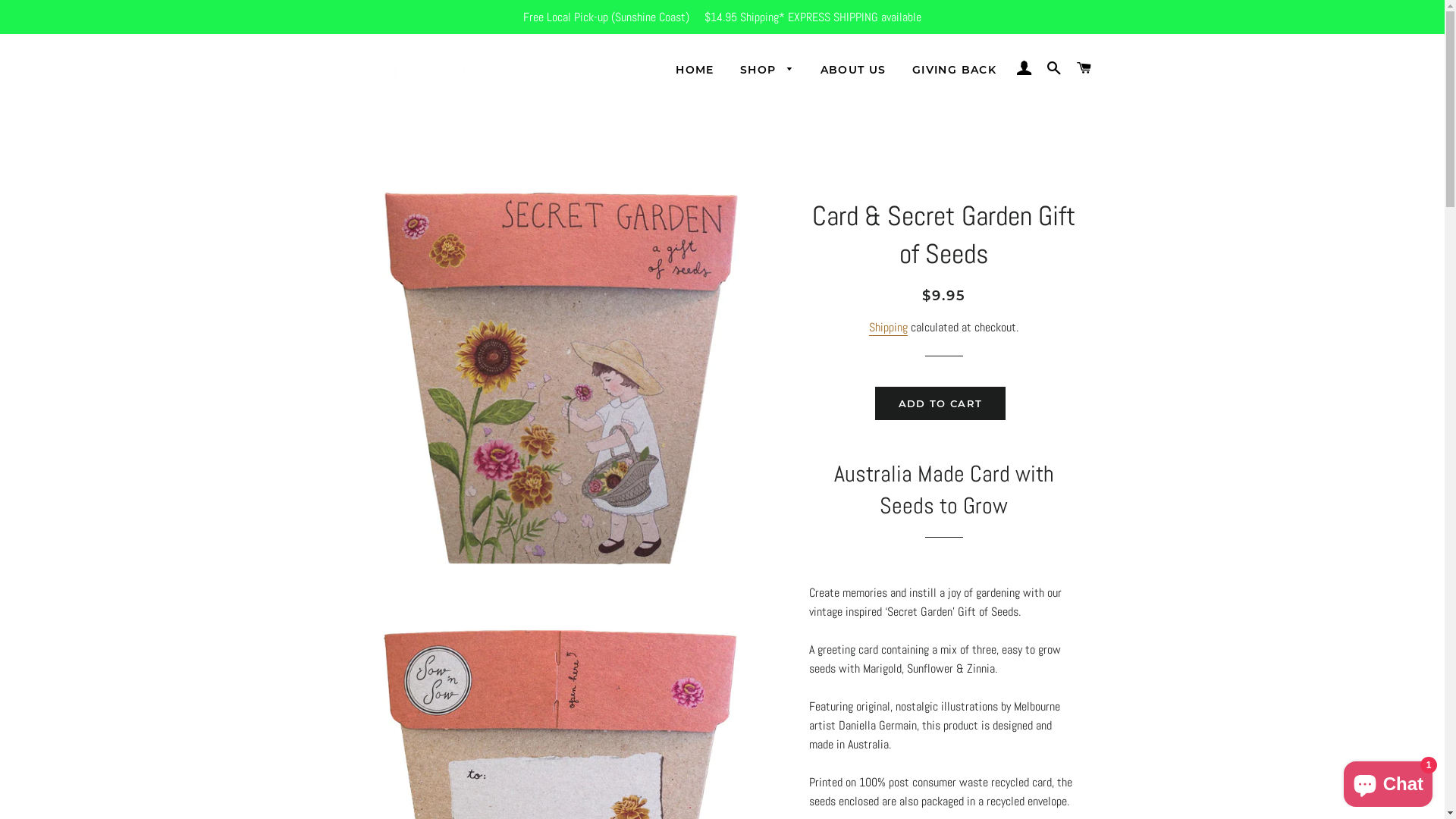 This screenshot has height=819, width=1456. Describe the element at coordinates (694, 70) in the screenshot. I see `'HOME'` at that location.